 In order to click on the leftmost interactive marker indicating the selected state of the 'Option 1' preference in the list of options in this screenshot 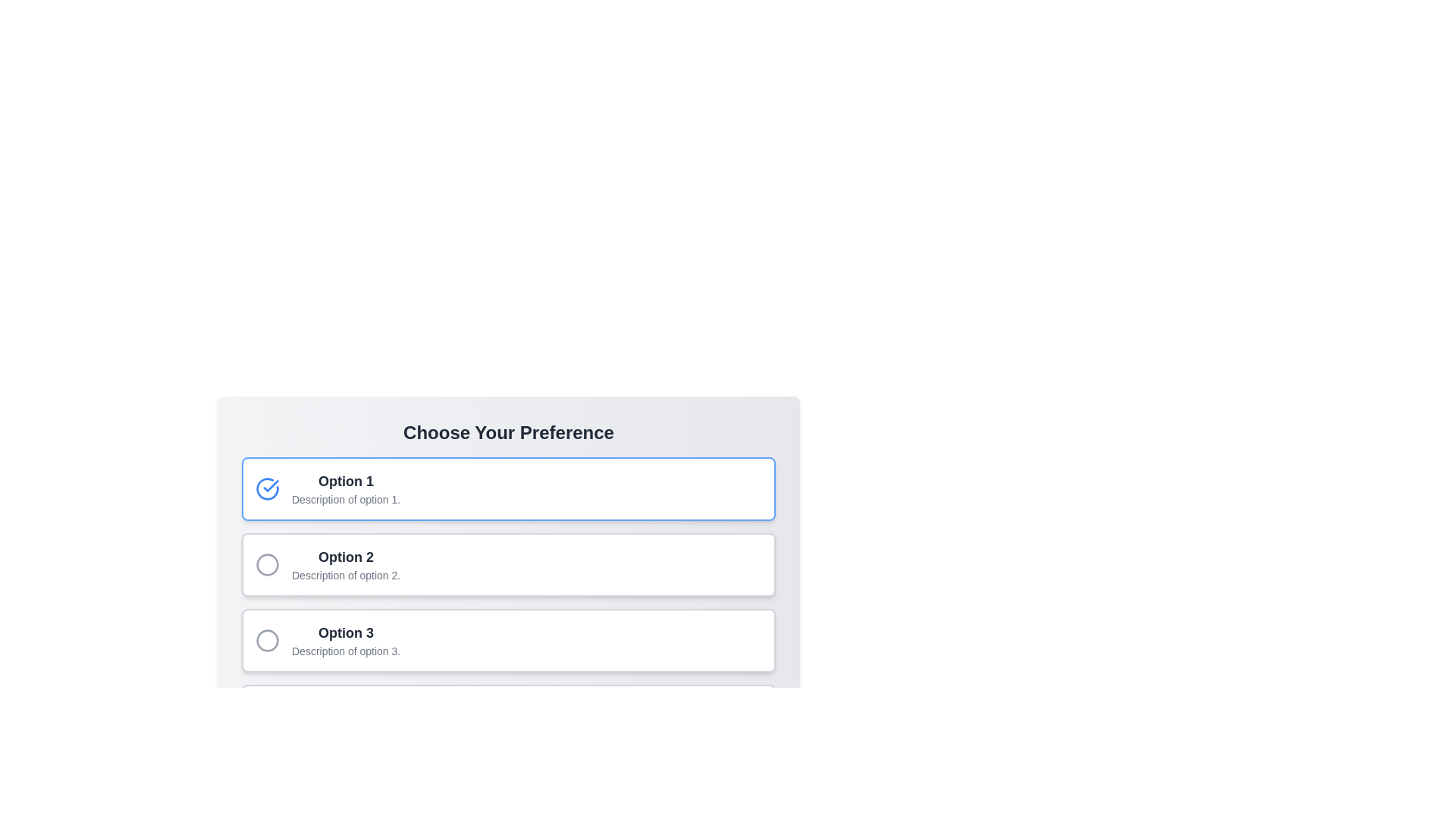, I will do `click(268, 488)`.